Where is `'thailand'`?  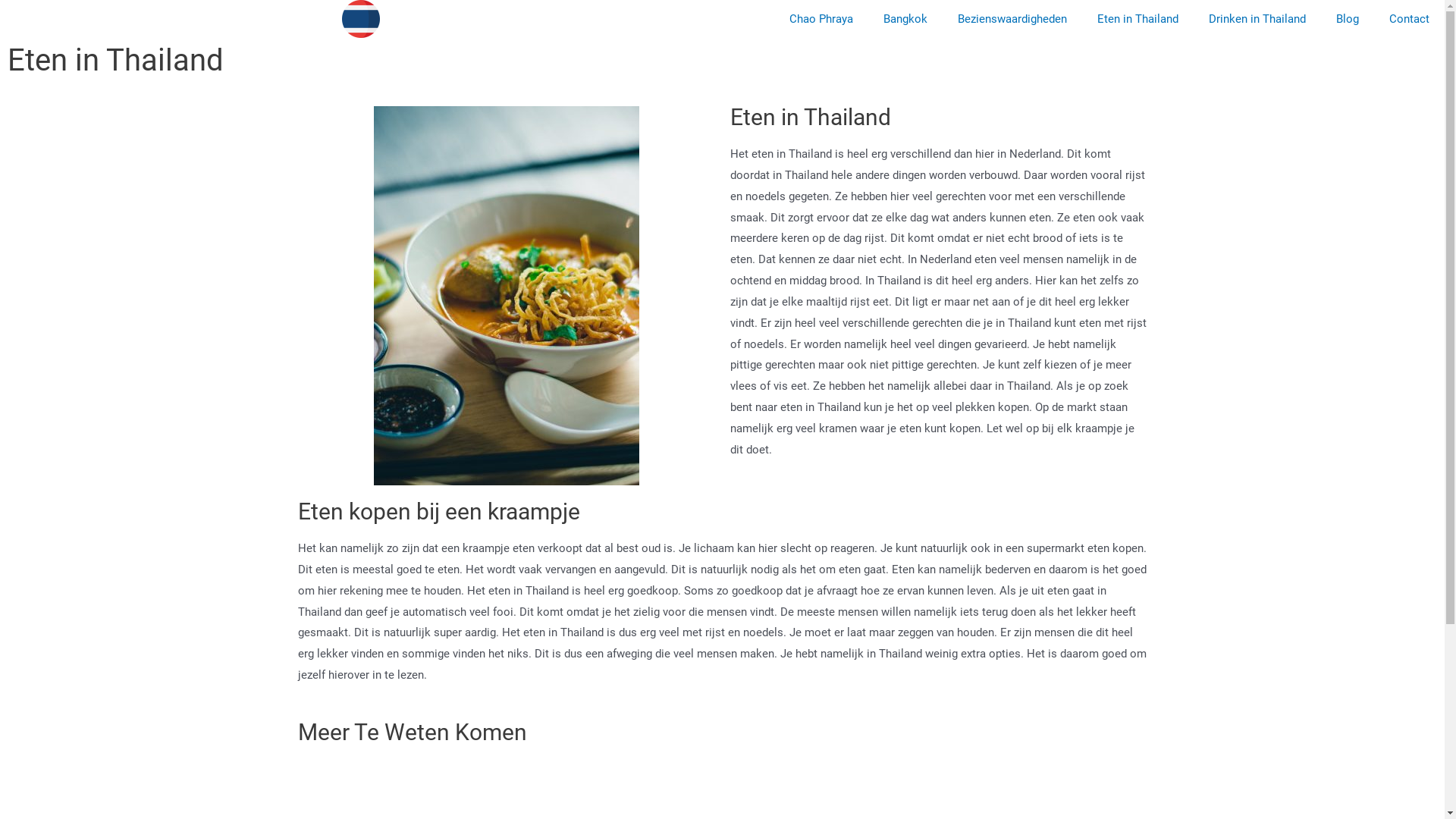
'thailand' is located at coordinates (359, 18).